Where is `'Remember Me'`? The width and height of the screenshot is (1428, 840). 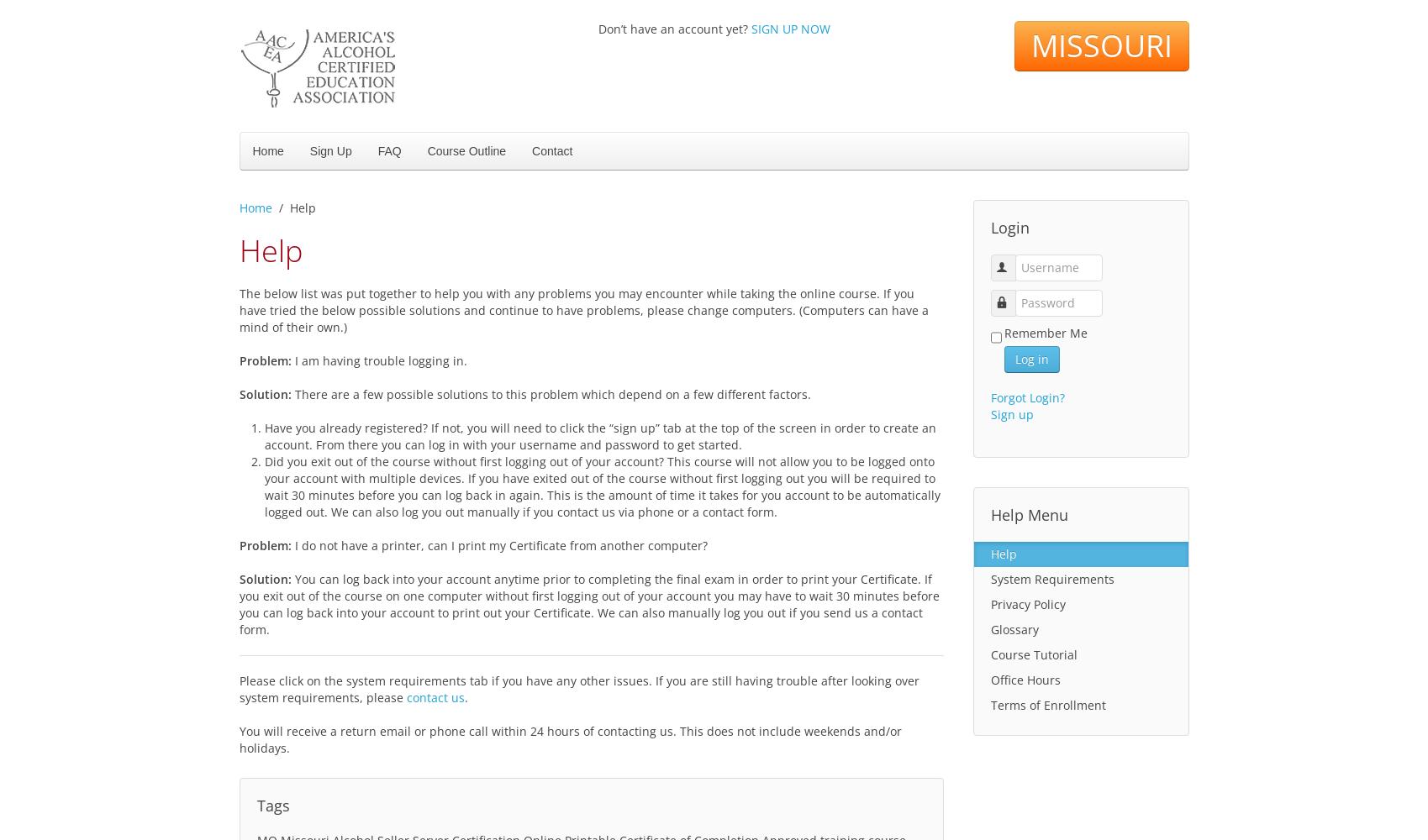 'Remember Me' is located at coordinates (1004, 333).